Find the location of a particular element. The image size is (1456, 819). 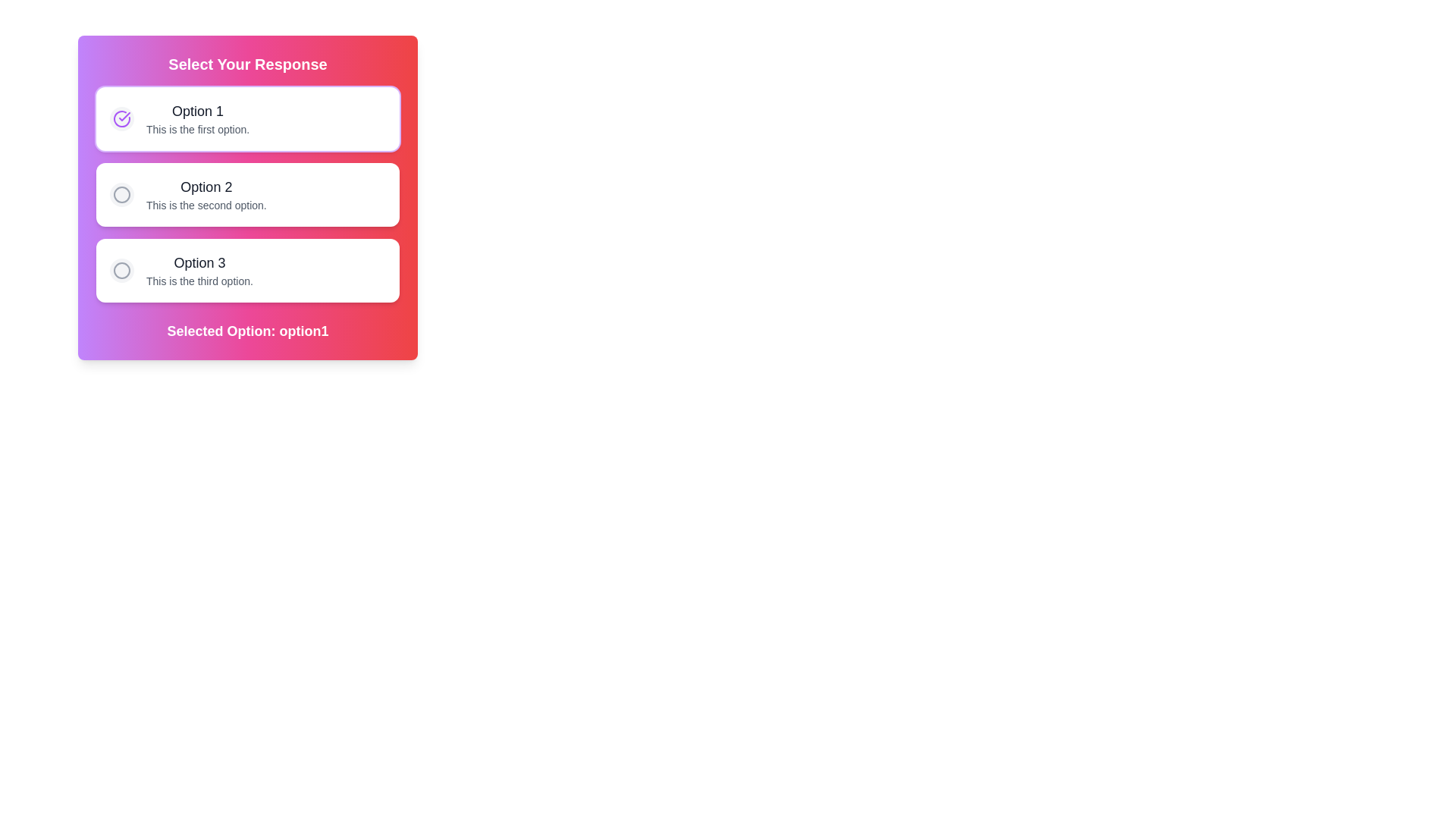

the 'Option 3' element, which is a vertically aligned option with the label 'Option 3' and supporting text is located at coordinates (199, 270).